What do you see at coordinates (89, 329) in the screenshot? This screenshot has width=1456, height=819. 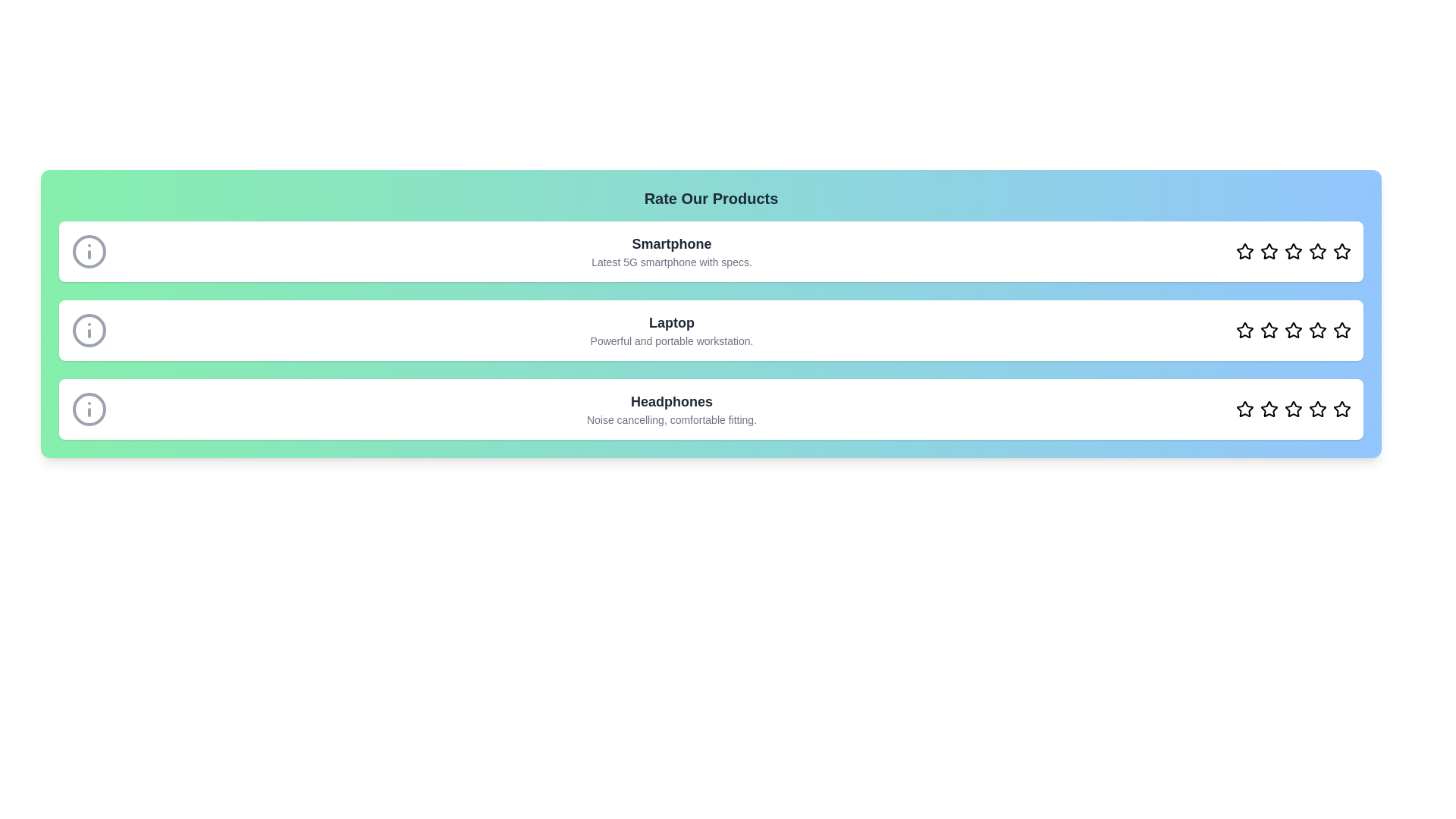 I see `the circular icon with an 'i' symbol in the center for accessibility purposes` at bounding box center [89, 329].